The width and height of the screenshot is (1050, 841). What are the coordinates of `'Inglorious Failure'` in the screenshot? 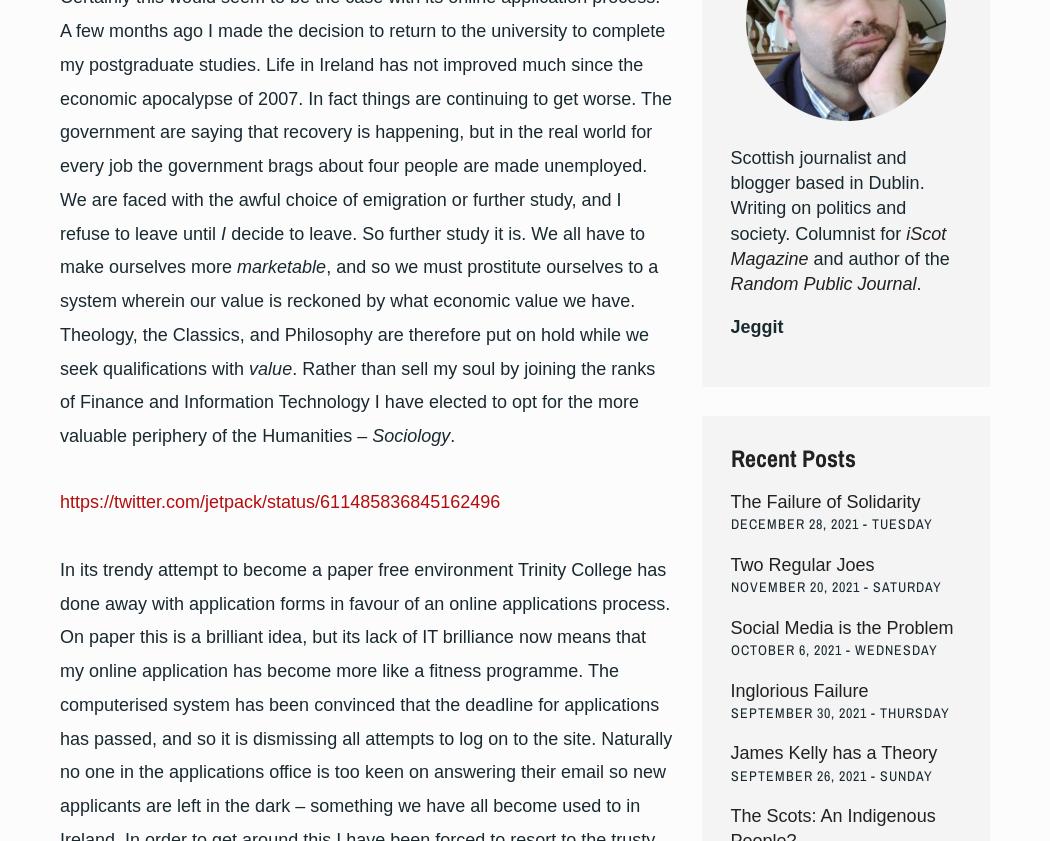 It's located at (798, 690).